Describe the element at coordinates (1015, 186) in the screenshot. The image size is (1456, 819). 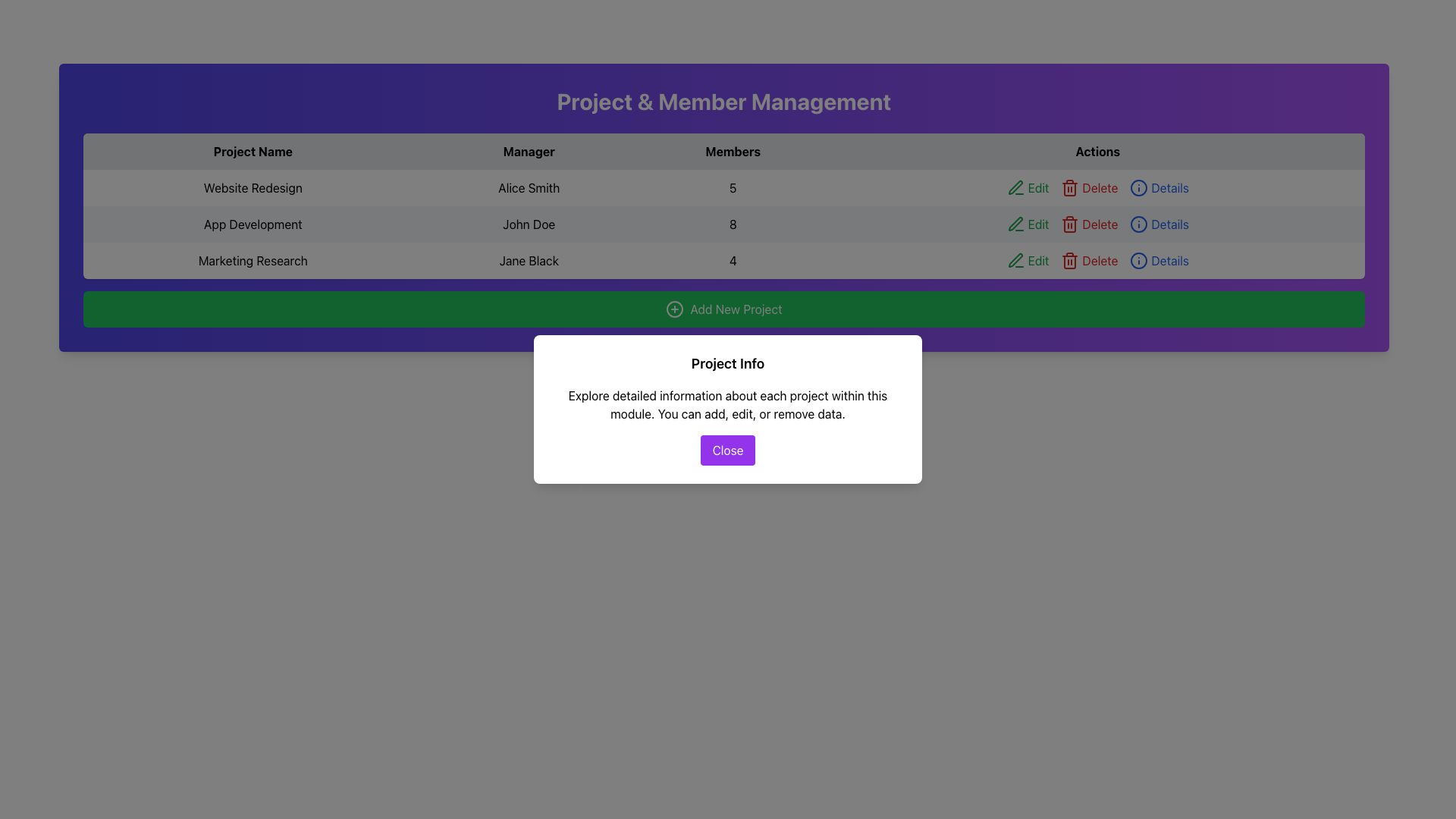
I see `the edit icon (SVG) located in the 'Actions' column of the third row of the table to initiate an edit action` at that location.